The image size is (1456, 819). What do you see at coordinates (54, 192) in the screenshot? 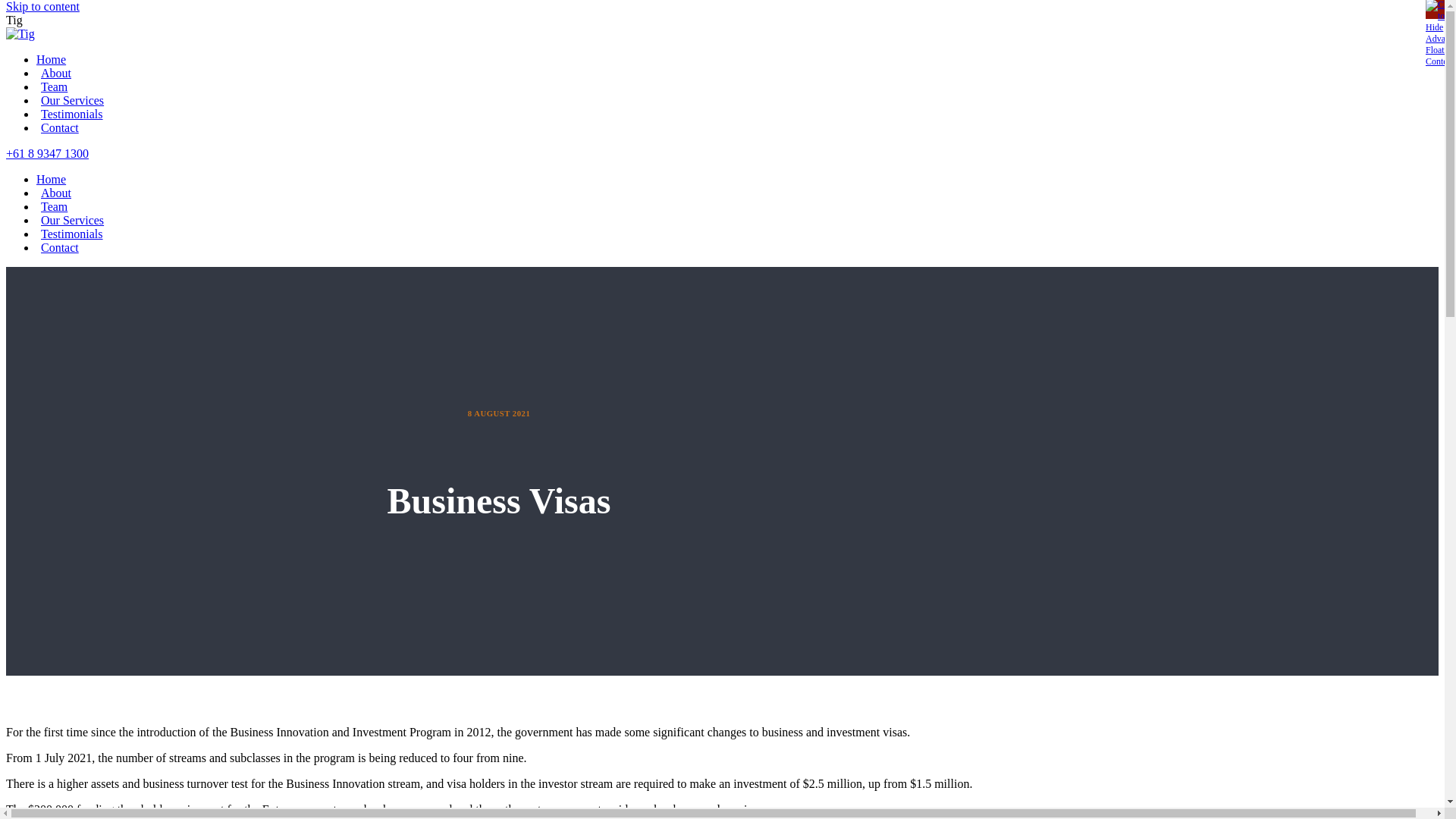
I see `'About'` at bounding box center [54, 192].